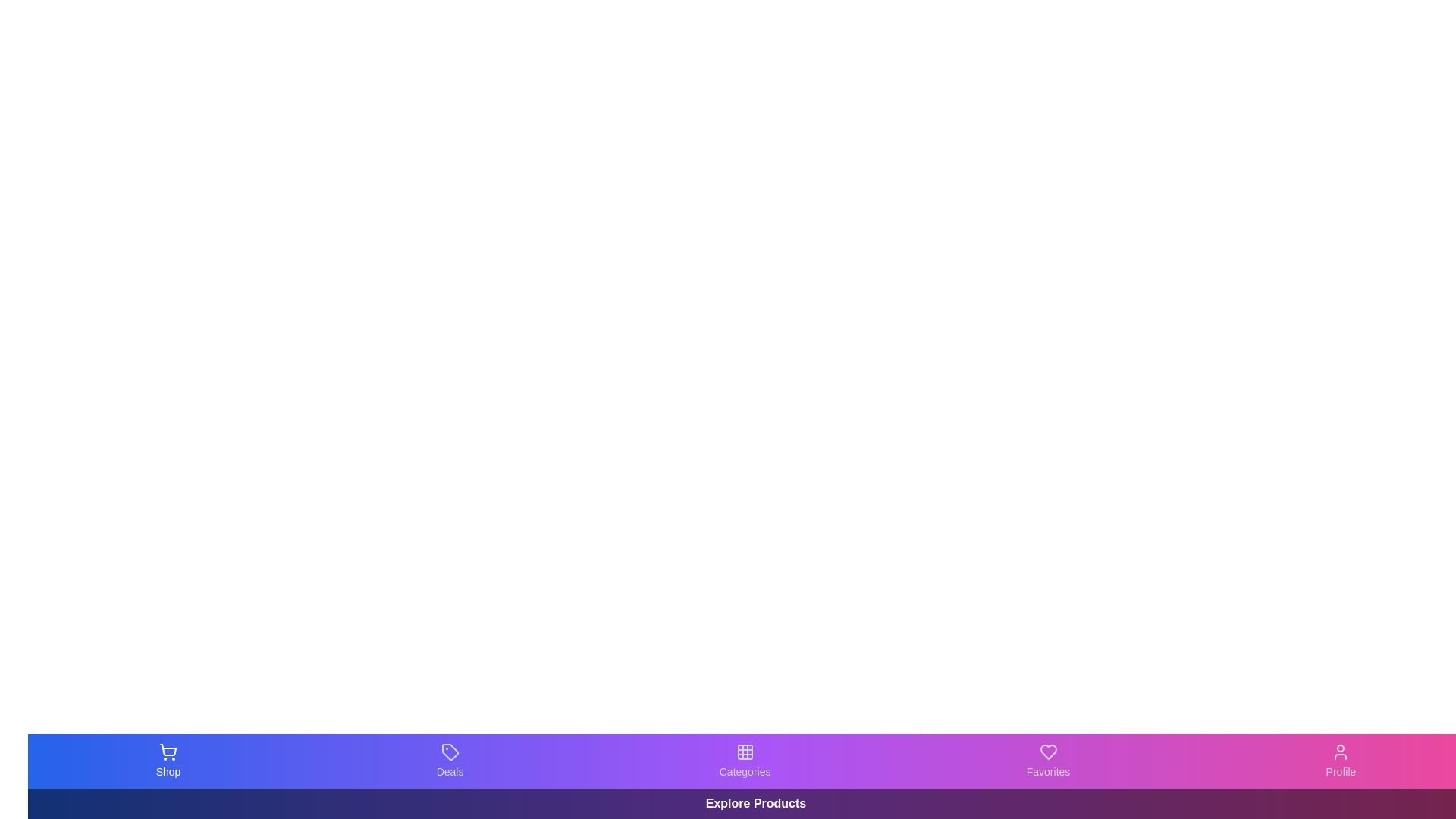  Describe the element at coordinates (1341, 761) in the screenshot. I see `the Profile tab in the bottom navigation bar` at that location.